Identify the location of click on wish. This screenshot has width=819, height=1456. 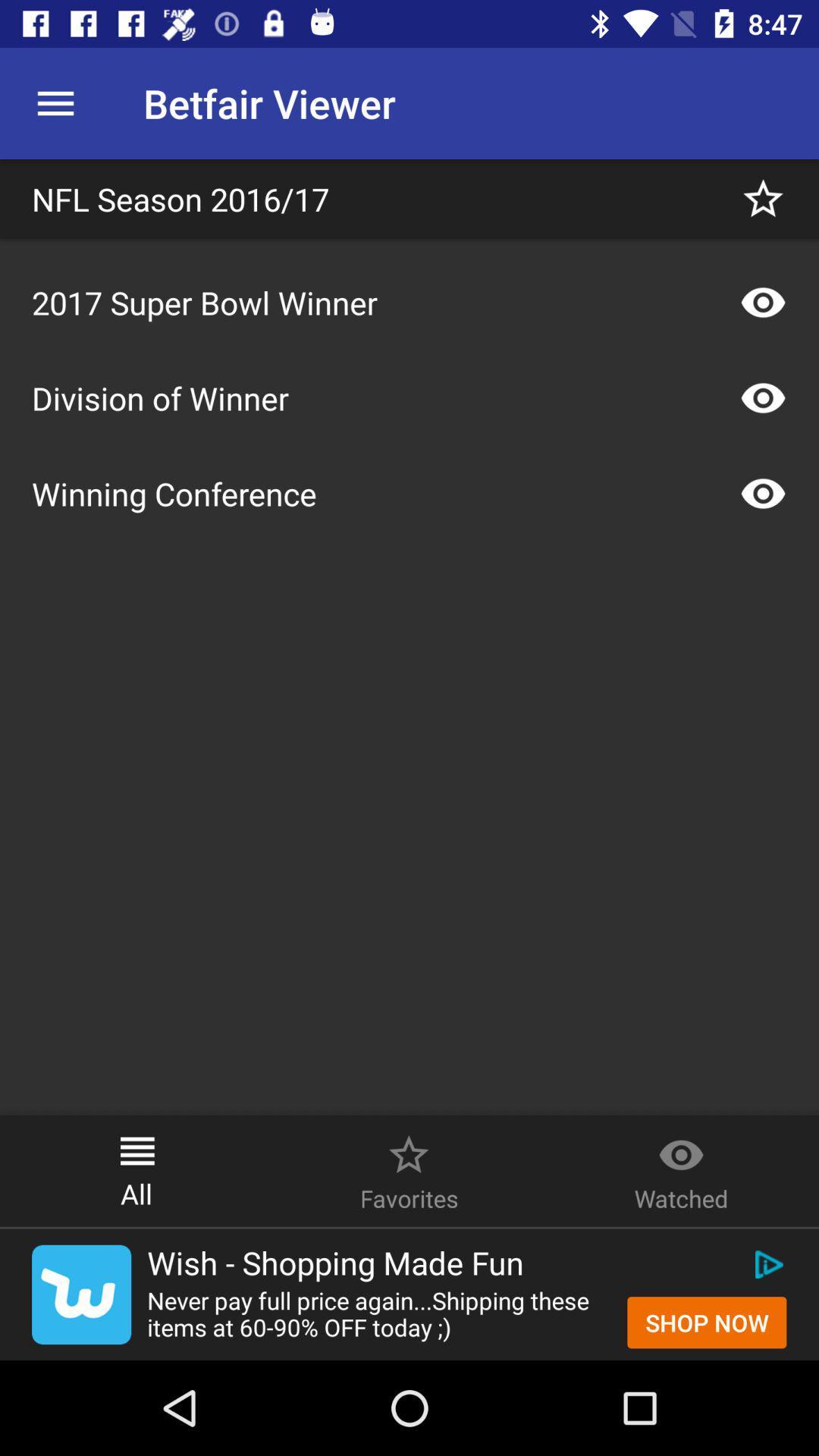
(81, 1294).